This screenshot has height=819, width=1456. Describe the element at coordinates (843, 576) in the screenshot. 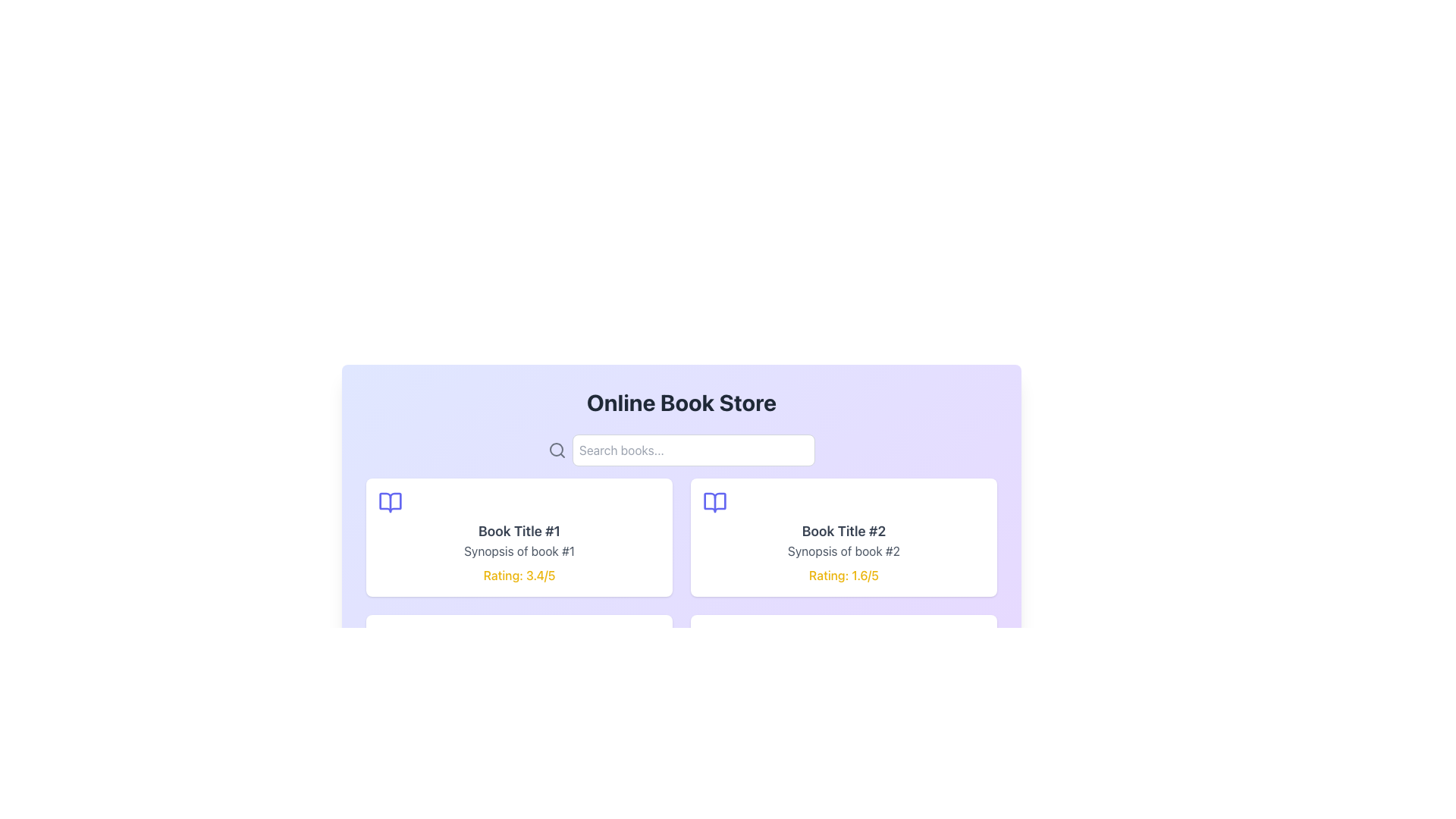

I see `the Text Display element that shows the user rating for the book 'Book Title #2', located at the bottom of the right-hand card in the grid of book cards` at that location.